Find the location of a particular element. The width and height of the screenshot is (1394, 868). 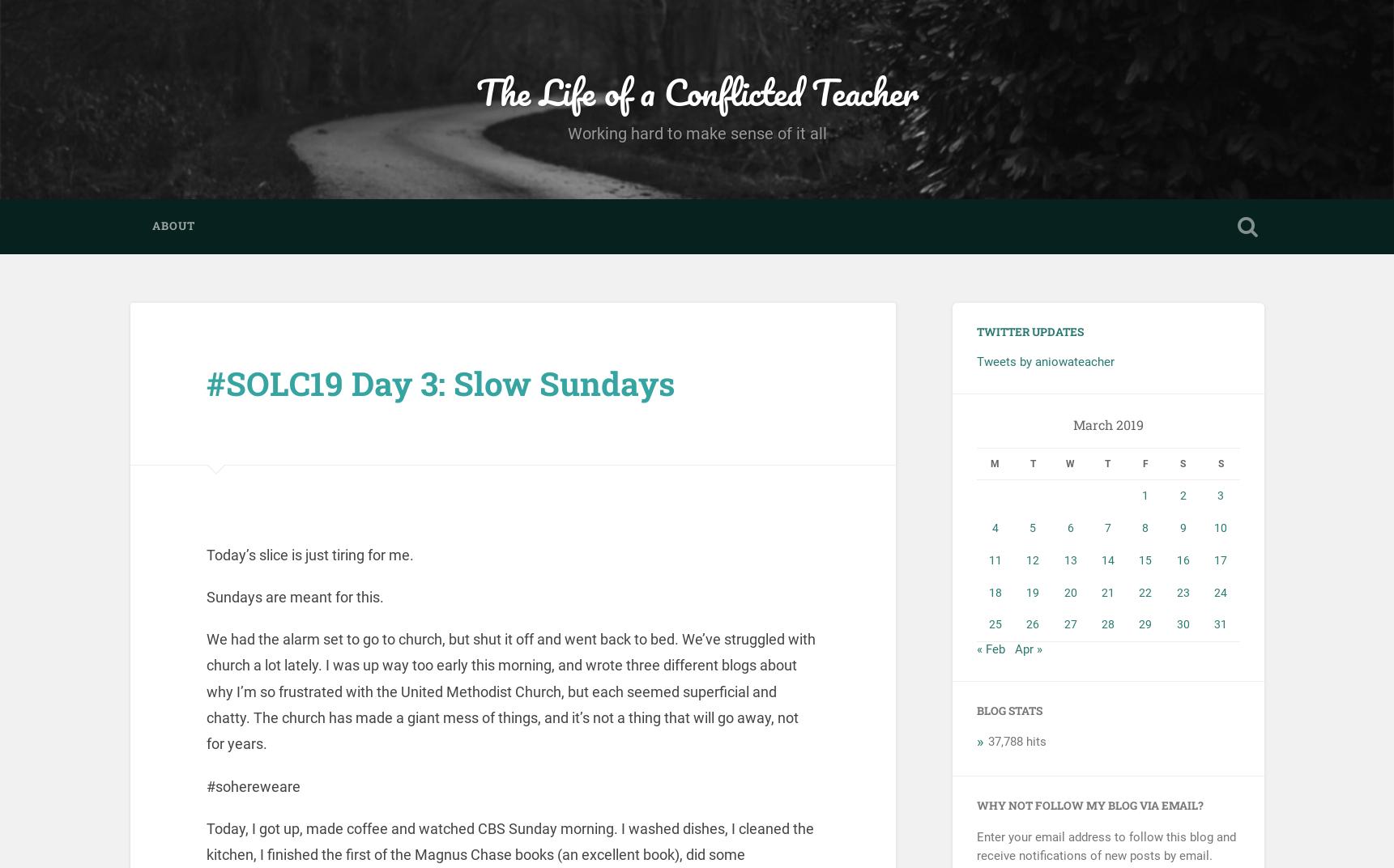

'Why not follow my blog via email?' is located at coordinates (975, 803).